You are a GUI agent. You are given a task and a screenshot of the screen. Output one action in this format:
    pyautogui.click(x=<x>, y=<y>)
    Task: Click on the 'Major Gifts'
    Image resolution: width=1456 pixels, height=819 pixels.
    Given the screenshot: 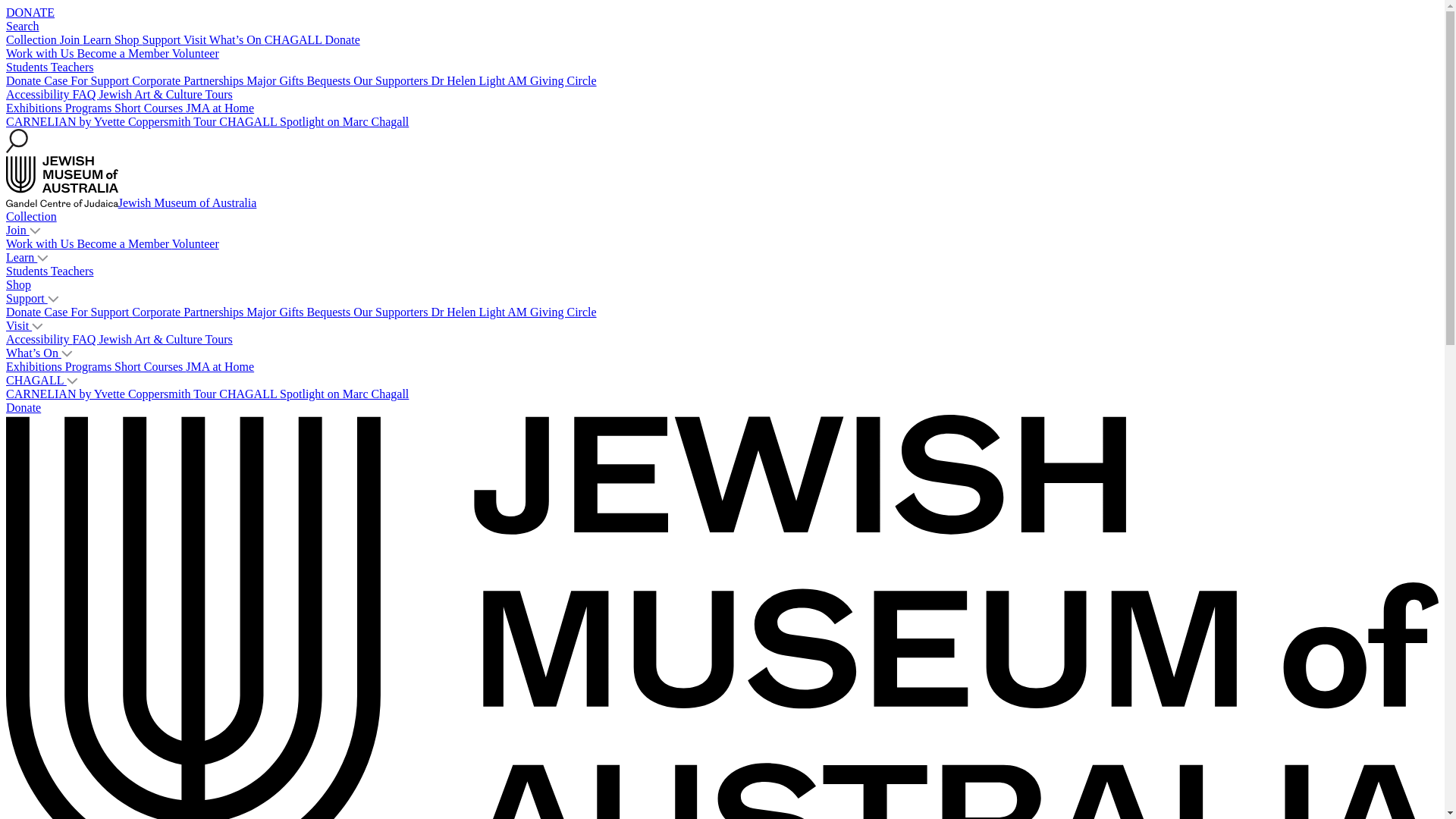 What is the action you would take?
    pyautogui.click(x=276, y=80)
    